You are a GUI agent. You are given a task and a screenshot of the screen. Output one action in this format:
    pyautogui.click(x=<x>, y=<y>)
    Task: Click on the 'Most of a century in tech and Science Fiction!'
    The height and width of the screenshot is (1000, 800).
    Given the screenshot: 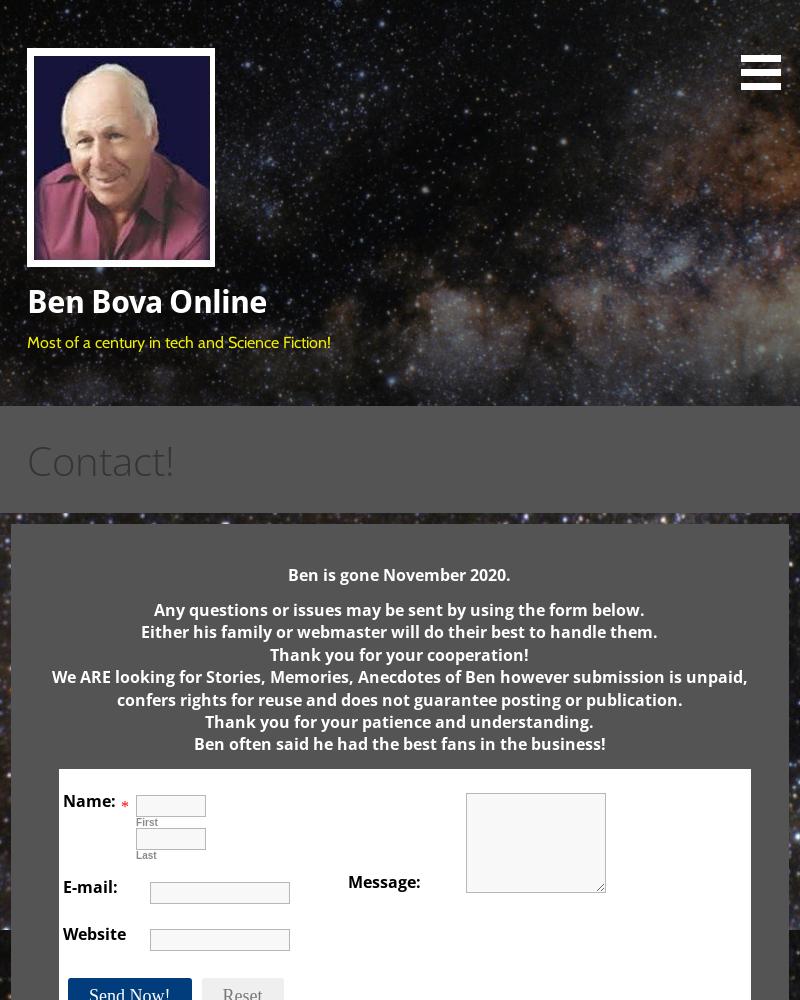 What is the action you would take?
    pyautogui.click(x=178, y=340)
    